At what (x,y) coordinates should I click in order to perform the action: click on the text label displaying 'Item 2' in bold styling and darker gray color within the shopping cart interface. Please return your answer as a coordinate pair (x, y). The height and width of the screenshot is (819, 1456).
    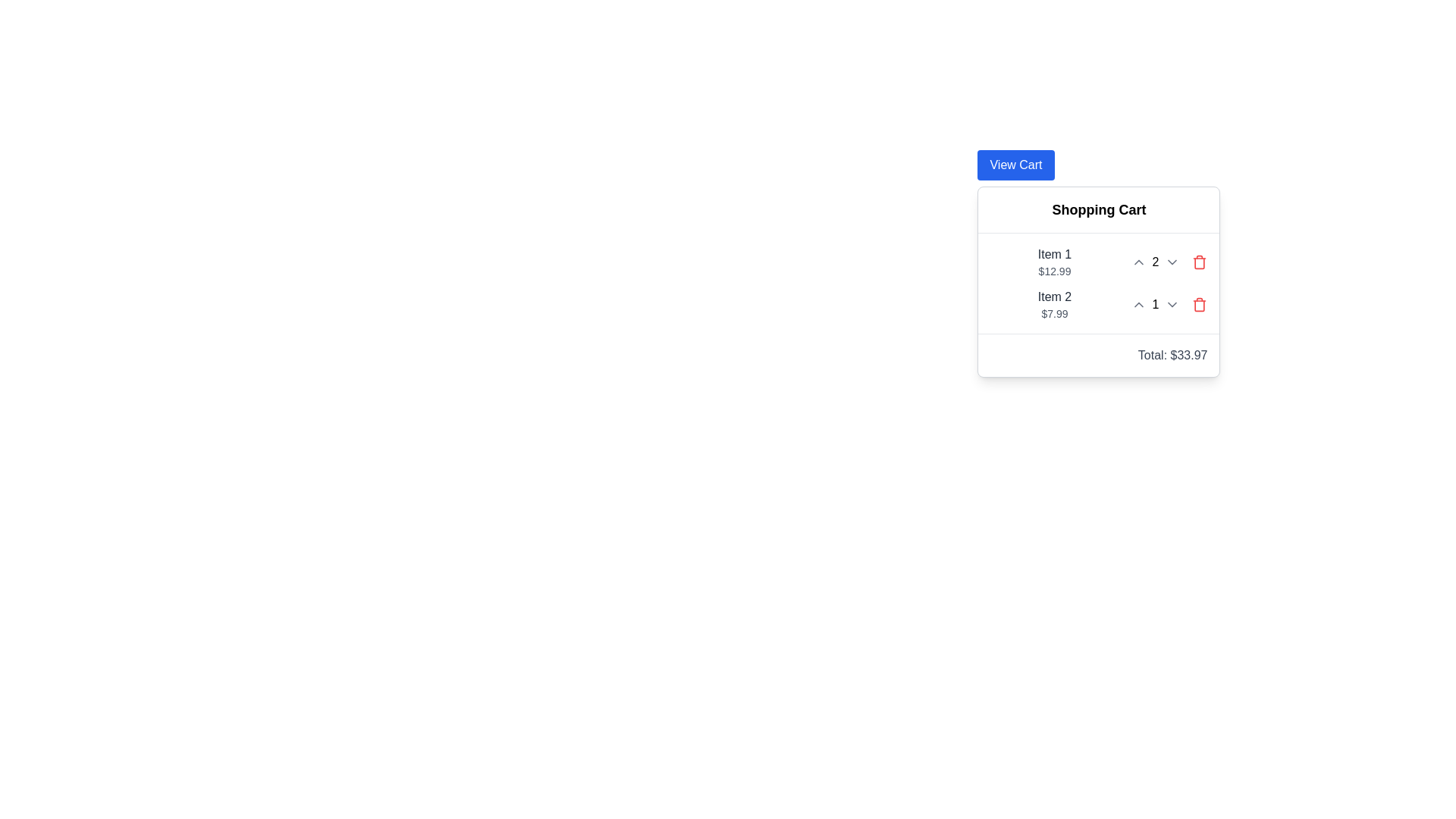
    Looking at the image, I should click on (1054, 297).